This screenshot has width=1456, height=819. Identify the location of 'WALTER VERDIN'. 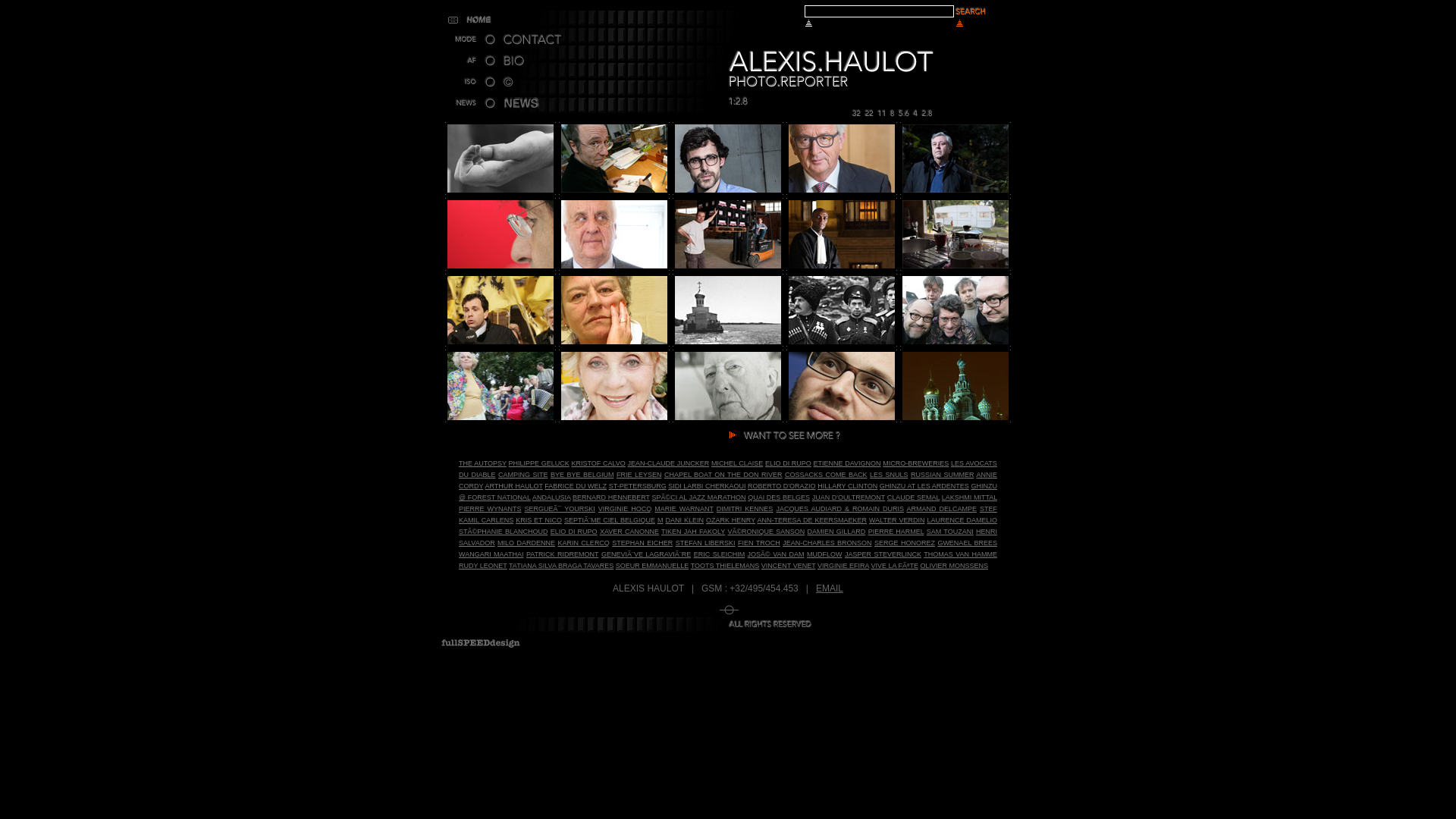
(896, 519).